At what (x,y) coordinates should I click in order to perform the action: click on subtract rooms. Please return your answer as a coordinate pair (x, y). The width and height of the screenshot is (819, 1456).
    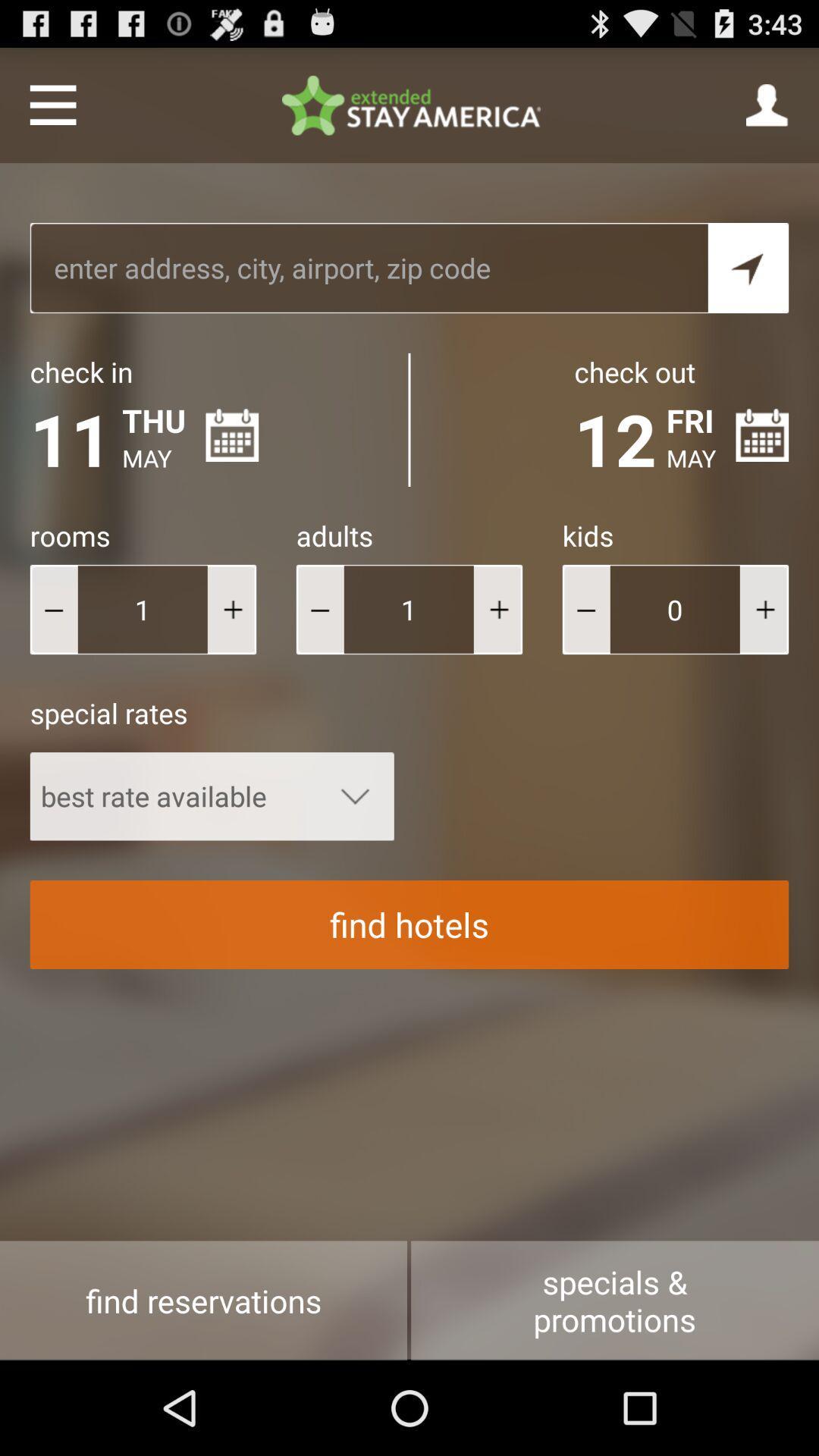
    Looking at the image, I should click on (53, 609).